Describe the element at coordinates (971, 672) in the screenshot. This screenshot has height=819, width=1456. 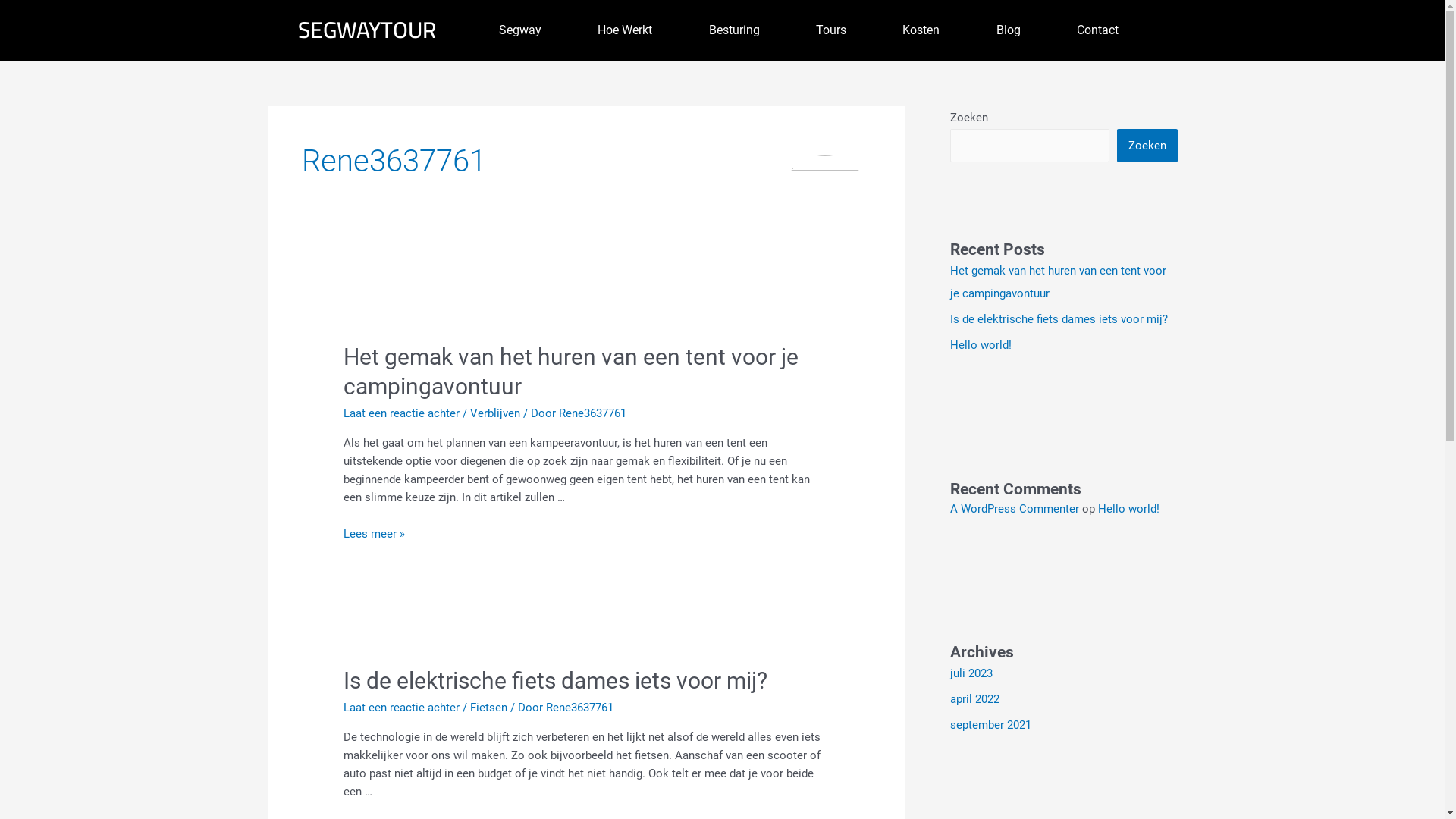
I see `'juli 2023'` at that location.